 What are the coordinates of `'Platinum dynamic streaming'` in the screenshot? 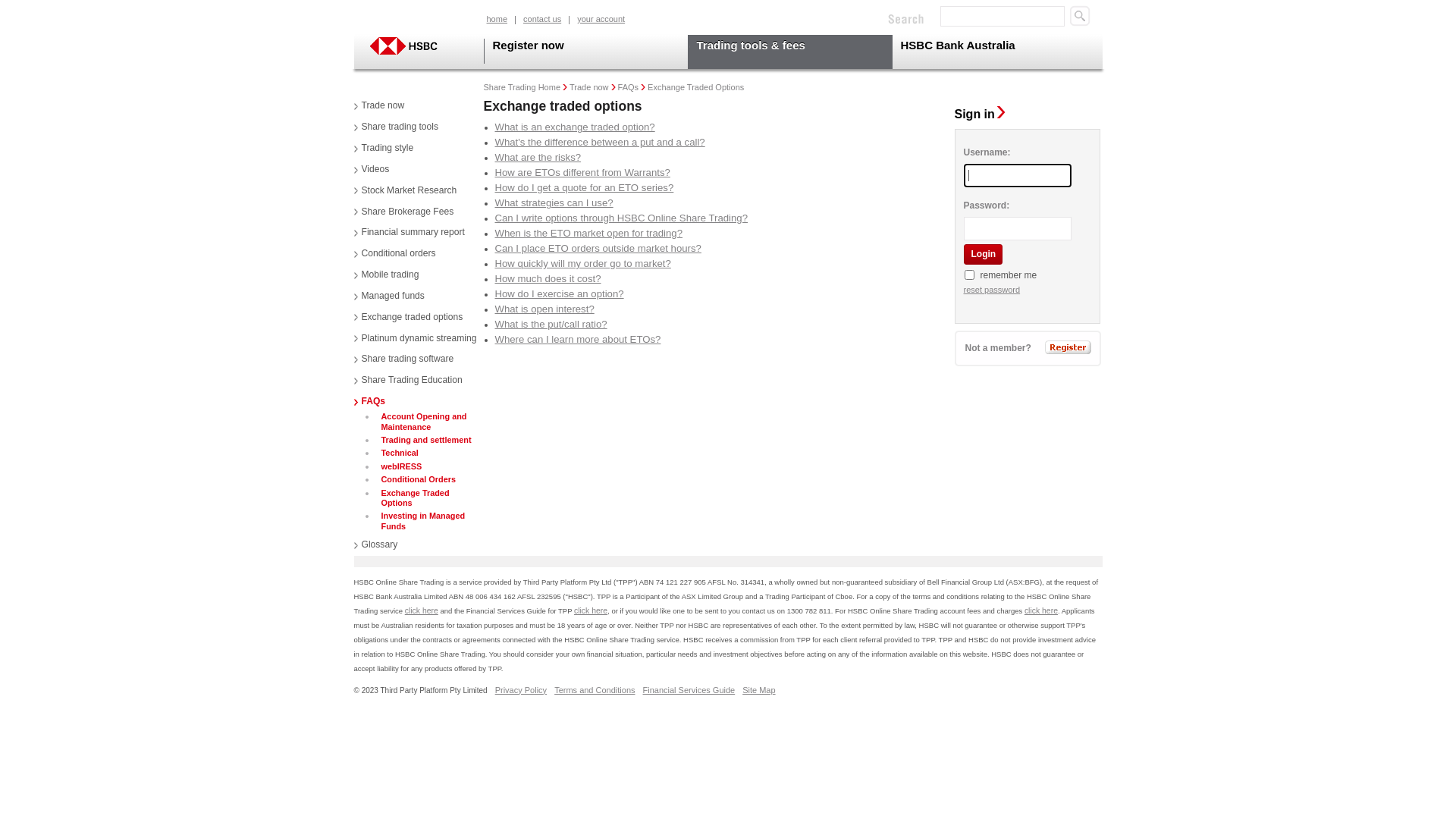 It's located at (415, 338).